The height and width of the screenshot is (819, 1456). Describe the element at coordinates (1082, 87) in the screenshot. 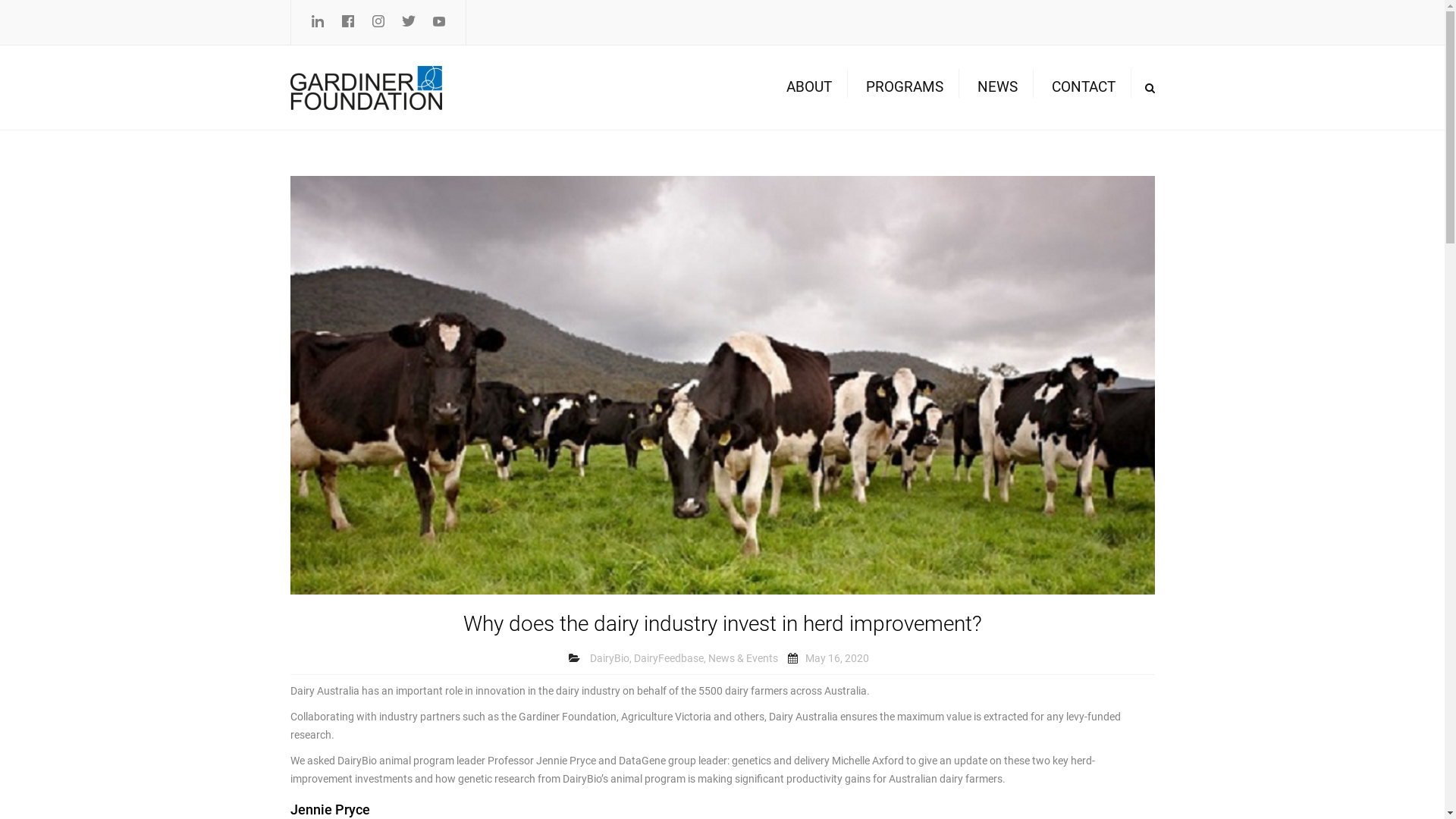

I see `'CONTACT'` at that location.